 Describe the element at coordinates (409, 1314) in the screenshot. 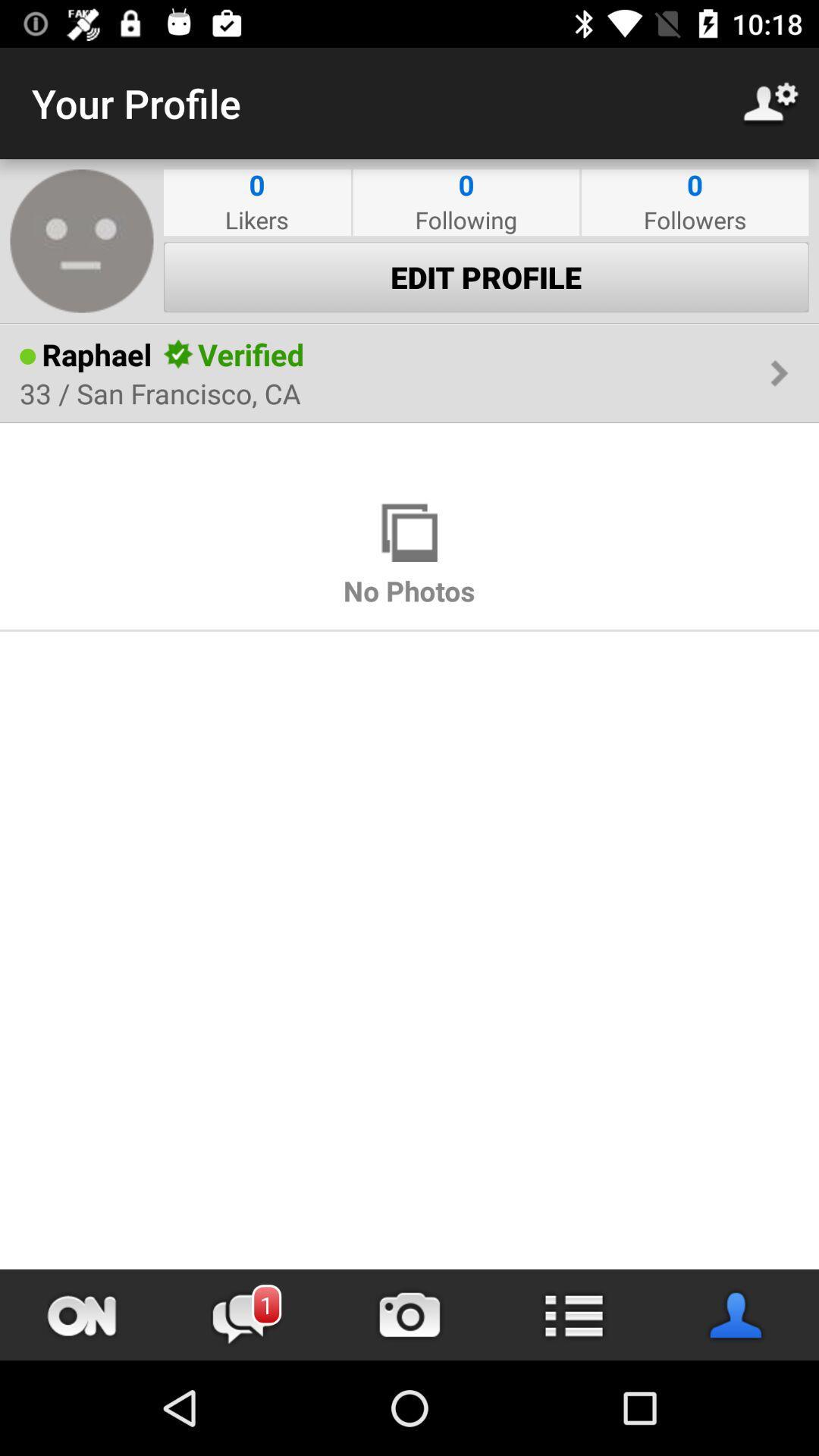

I see `open camera` at that location.